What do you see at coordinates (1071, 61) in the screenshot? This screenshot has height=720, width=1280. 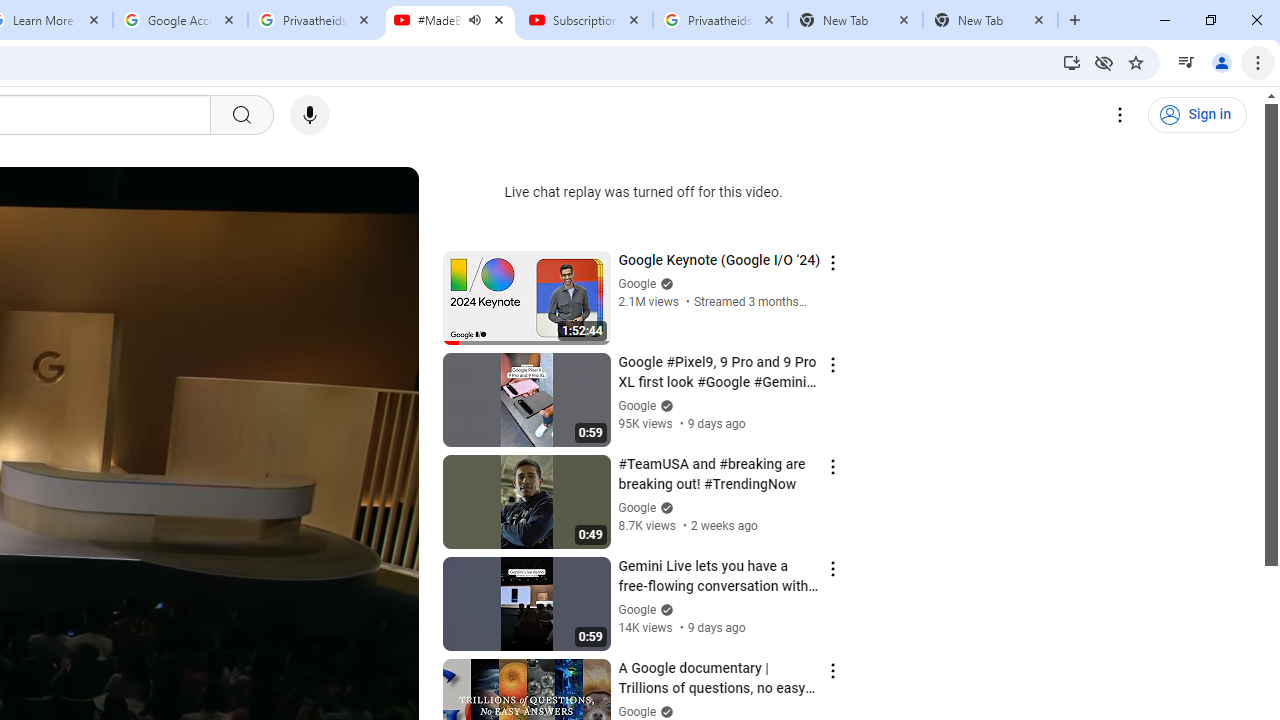 I see `'Install YouTube'` at bounding box center [1071, 61].